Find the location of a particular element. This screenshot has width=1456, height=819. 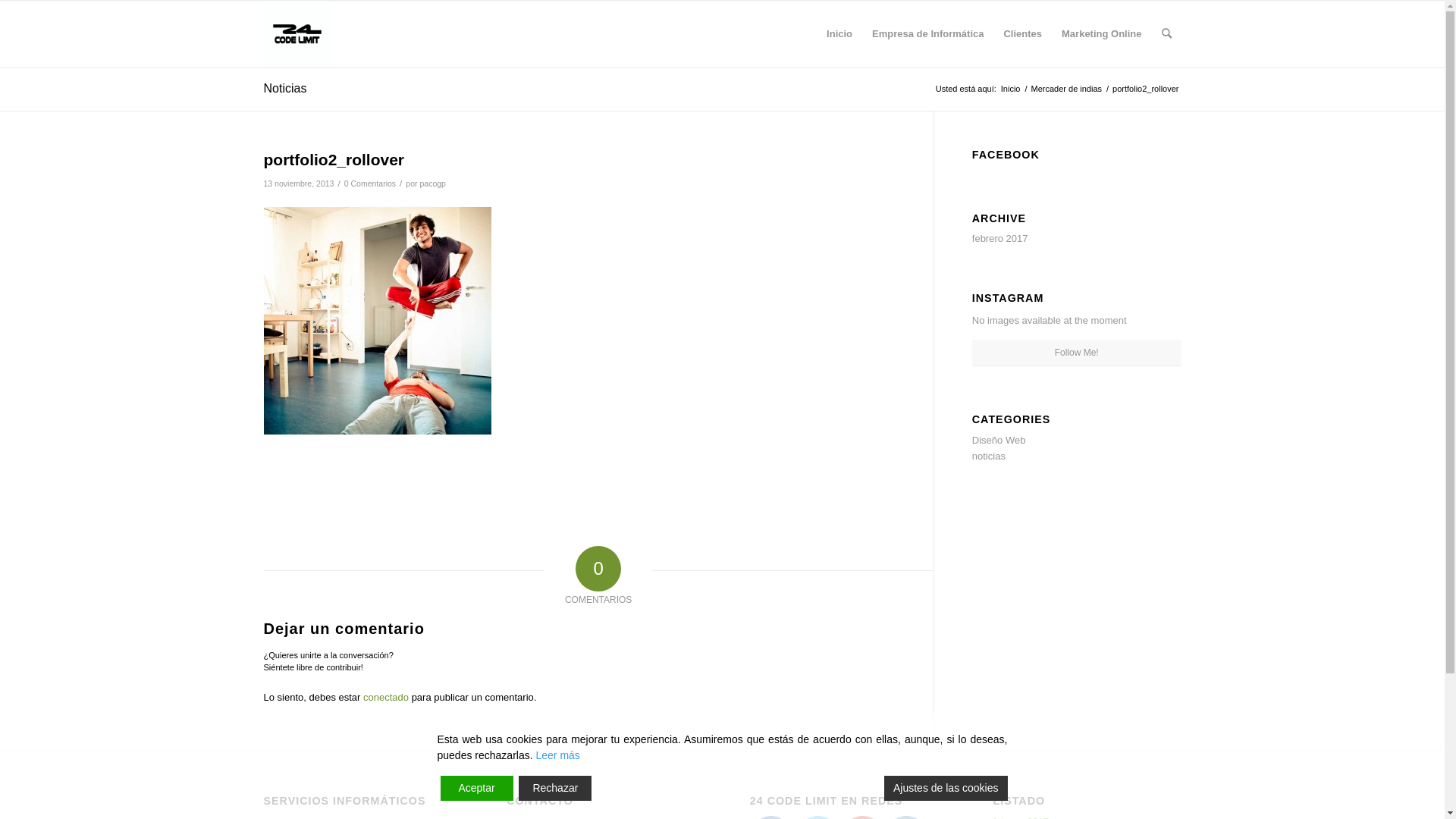

'Rechazar' is located at coordinates (554, 787).